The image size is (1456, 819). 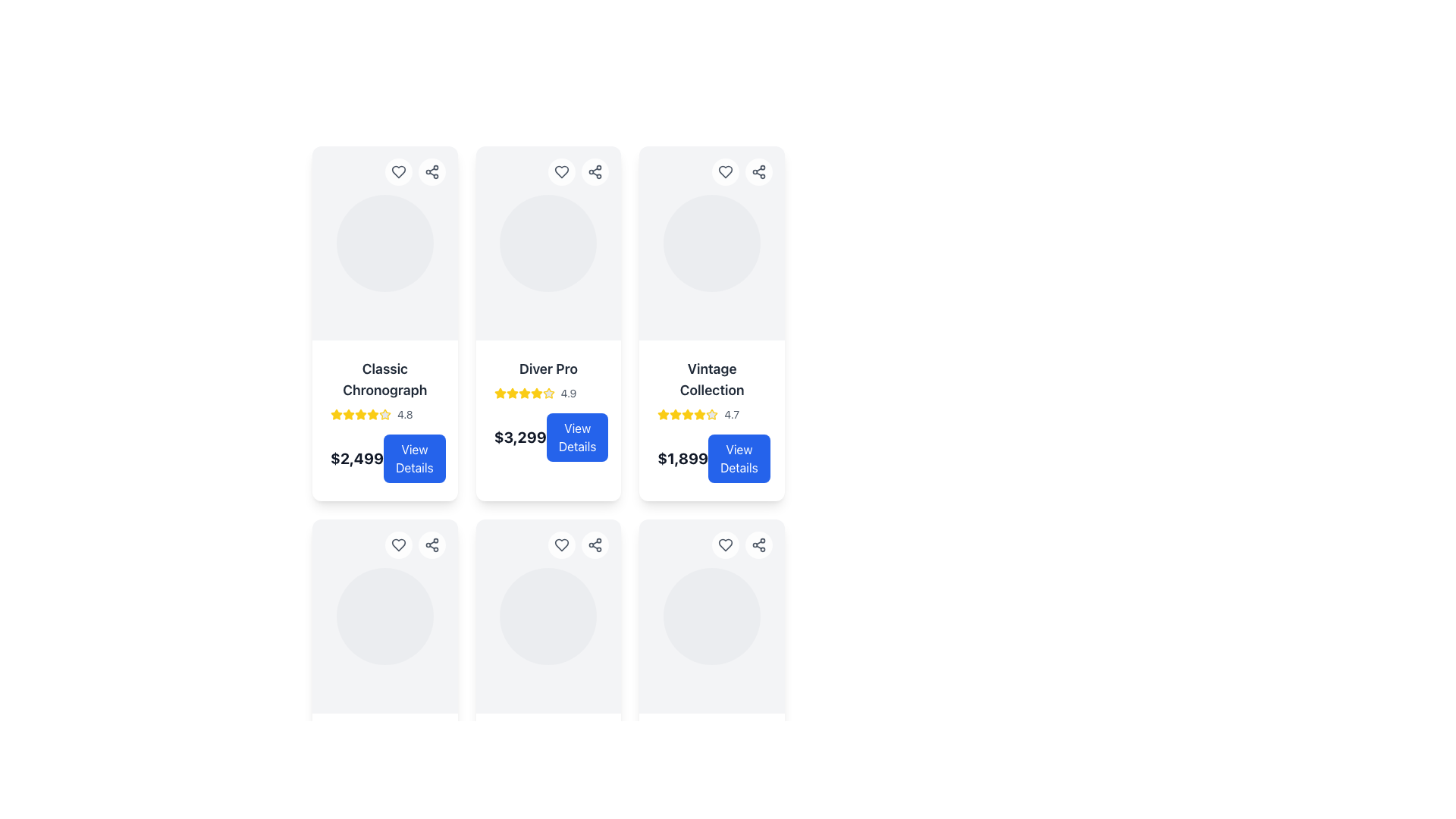 What do you see at coordinates (595, 171) in the screenshot?
I see `the 'share' icon button located at the top-right corner of the third card to observe the color change from gray to blue` at bounding box center [595, 171].